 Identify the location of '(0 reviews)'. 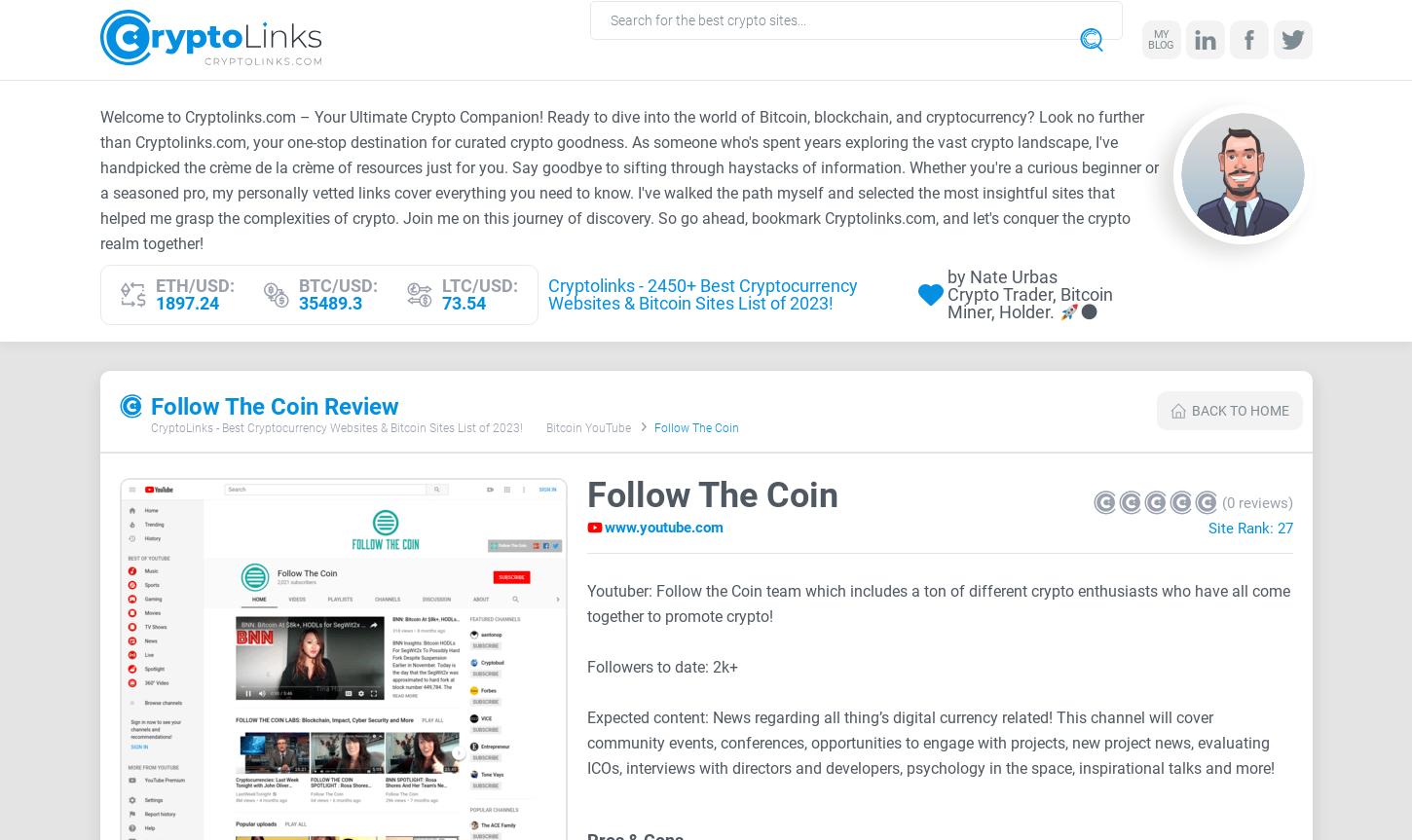
(1220, 500).